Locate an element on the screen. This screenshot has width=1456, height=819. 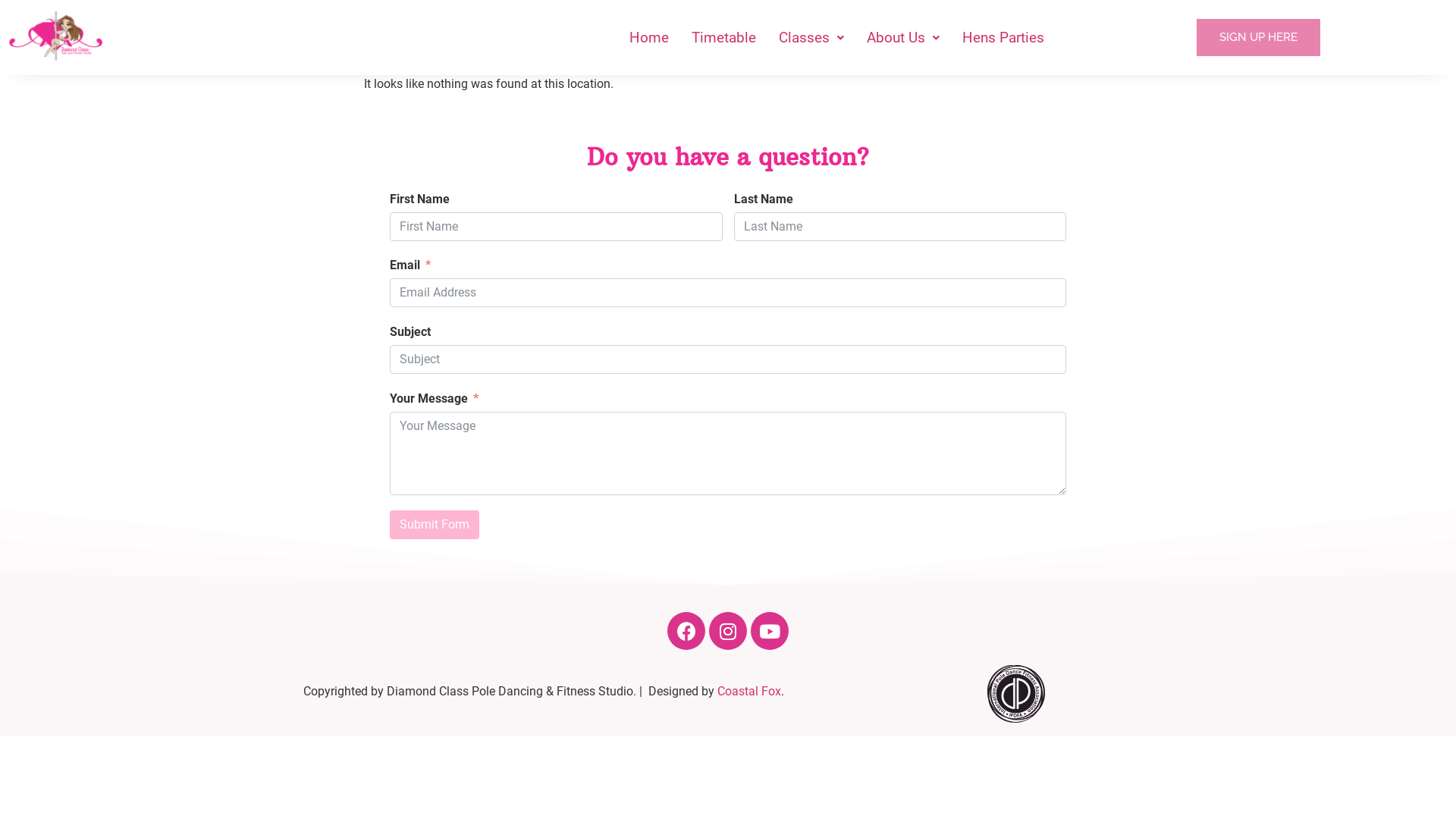
'Hens Parties' is located at coordinates (949, 36).